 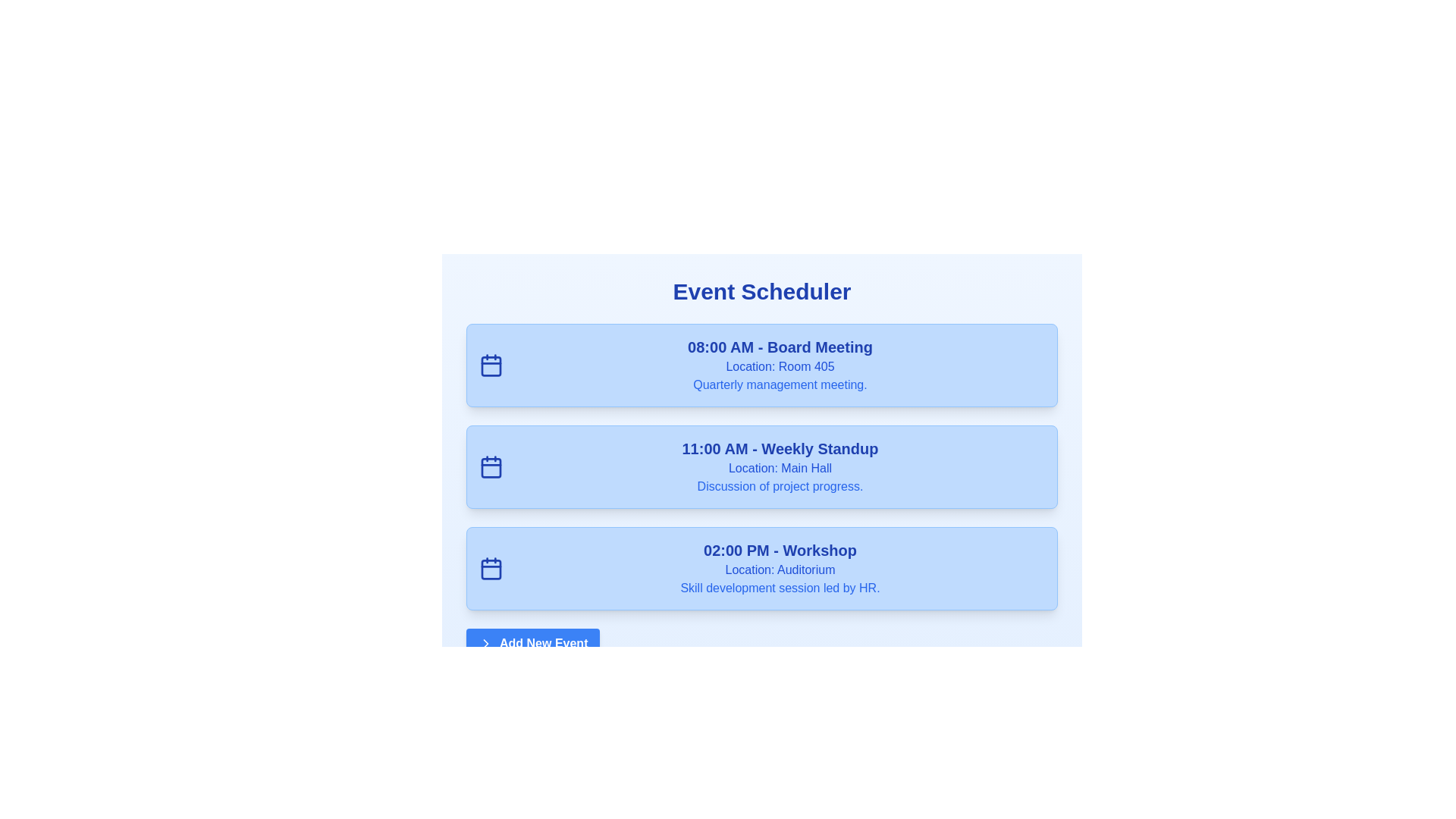 I want to click on the calendar icon located at the left end of the first event card that displays '08:00 AM - Board MeetingLocation: Room 405Quarterly management meeting.', so click(x=491, y=366).